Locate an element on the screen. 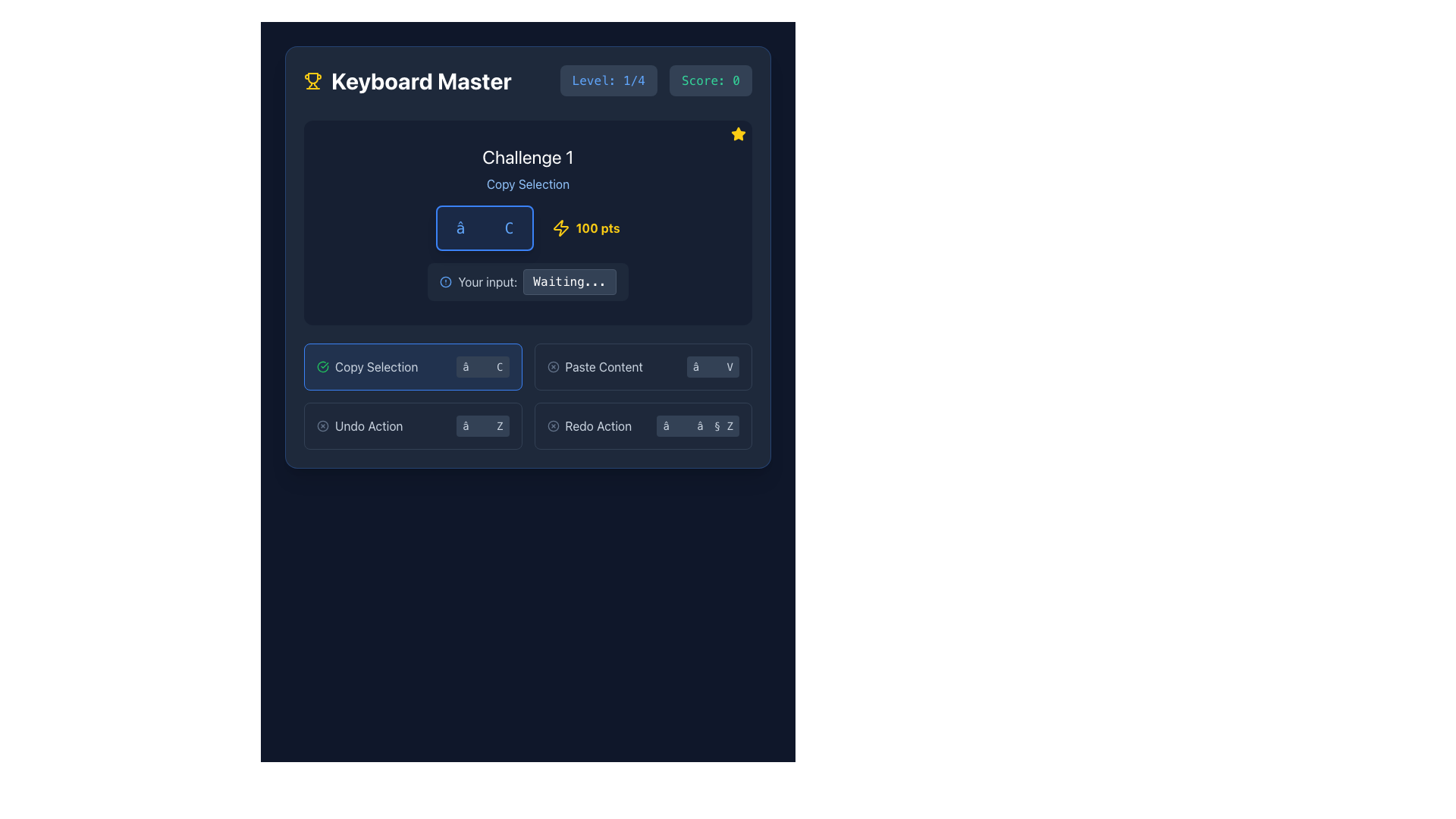 The width and height of the screenshot is (1456, 819). the center of the circular icon button with a cross mark inside it, located next to the 'Paste Content' label is located at coordinates (552, 366).